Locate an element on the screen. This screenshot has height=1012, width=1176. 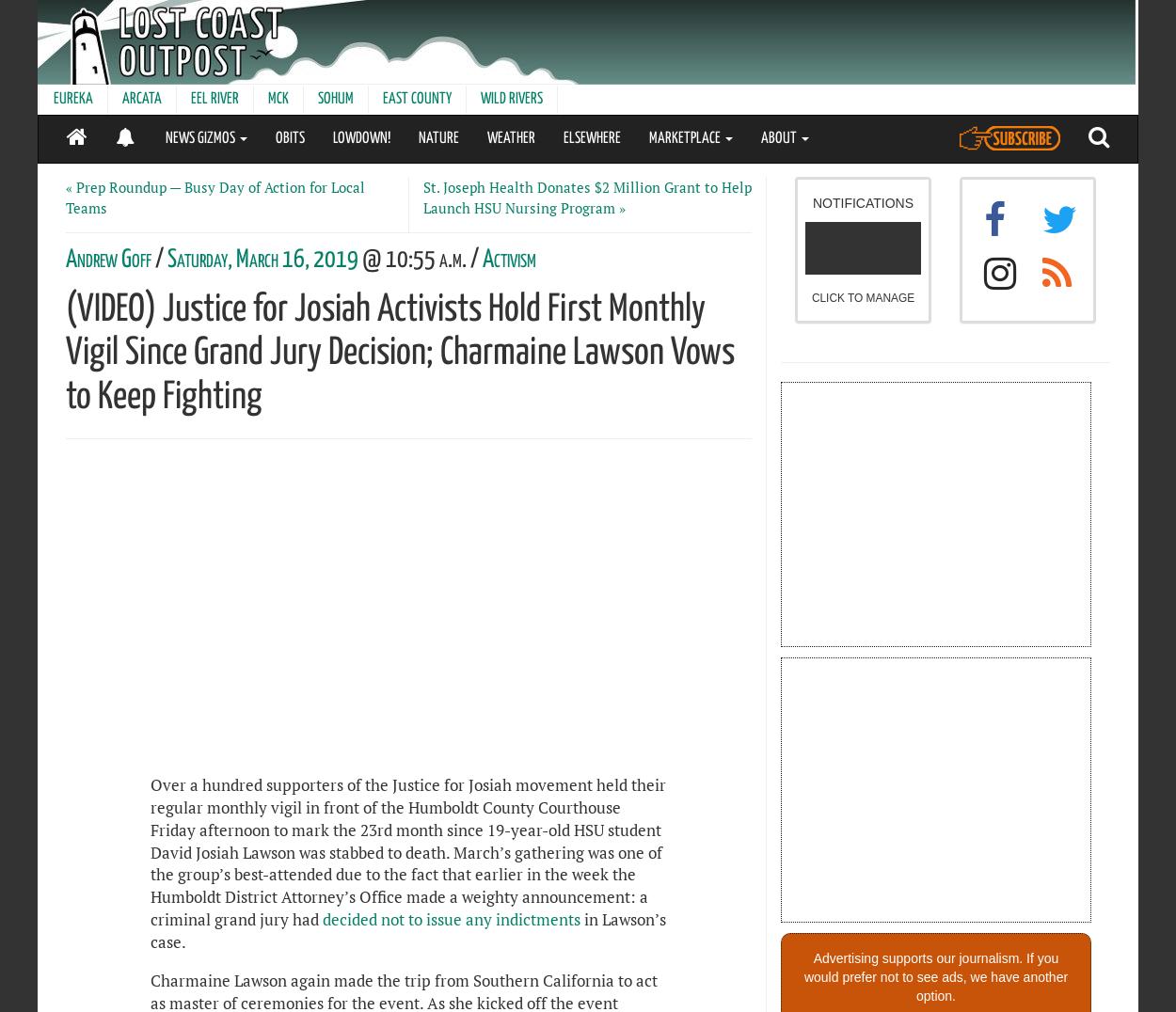
'Saturday, March 16, 2019' is located at coordinates (264, 259).